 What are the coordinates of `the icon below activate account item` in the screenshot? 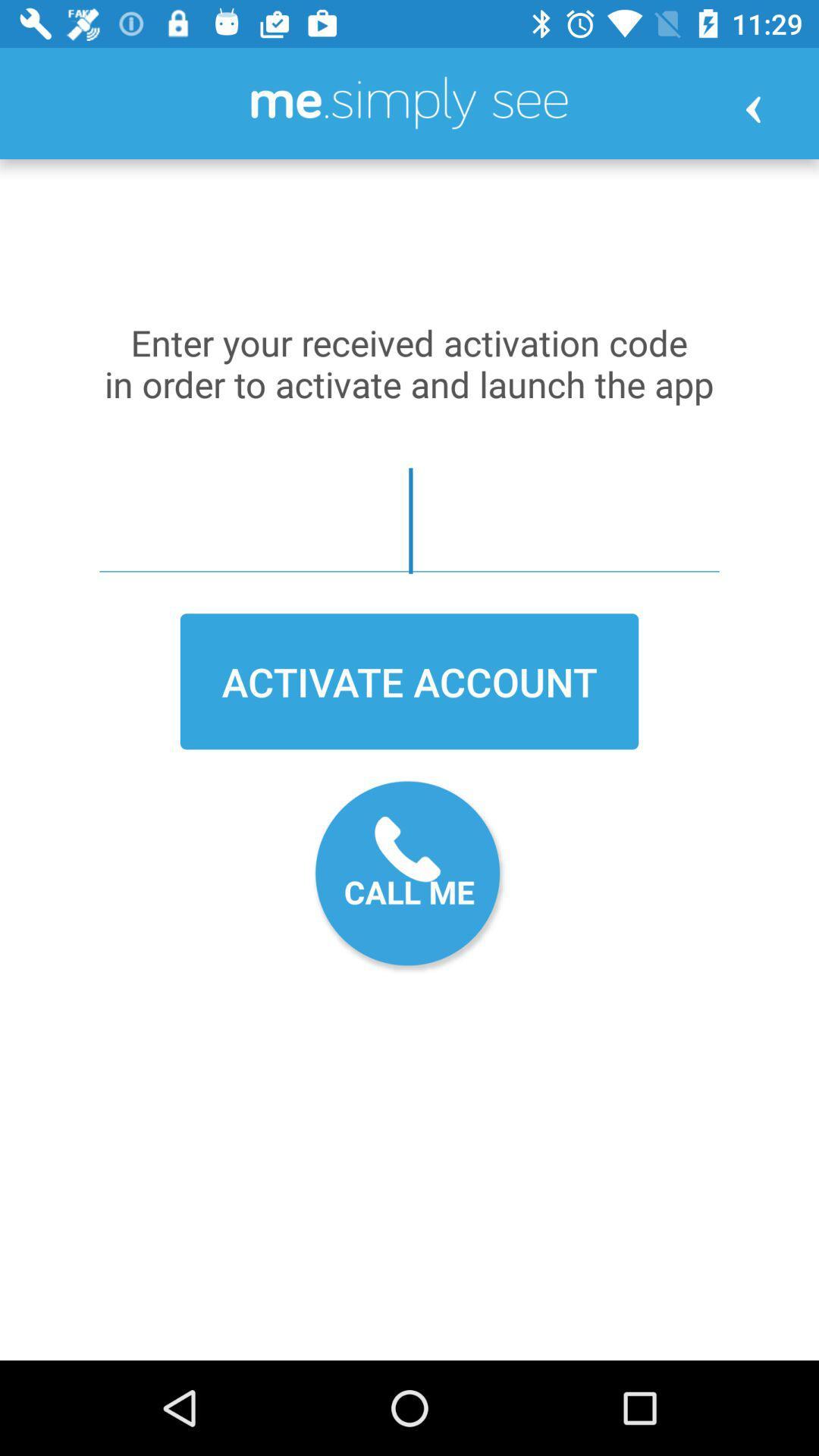 It's located at (409, 877).